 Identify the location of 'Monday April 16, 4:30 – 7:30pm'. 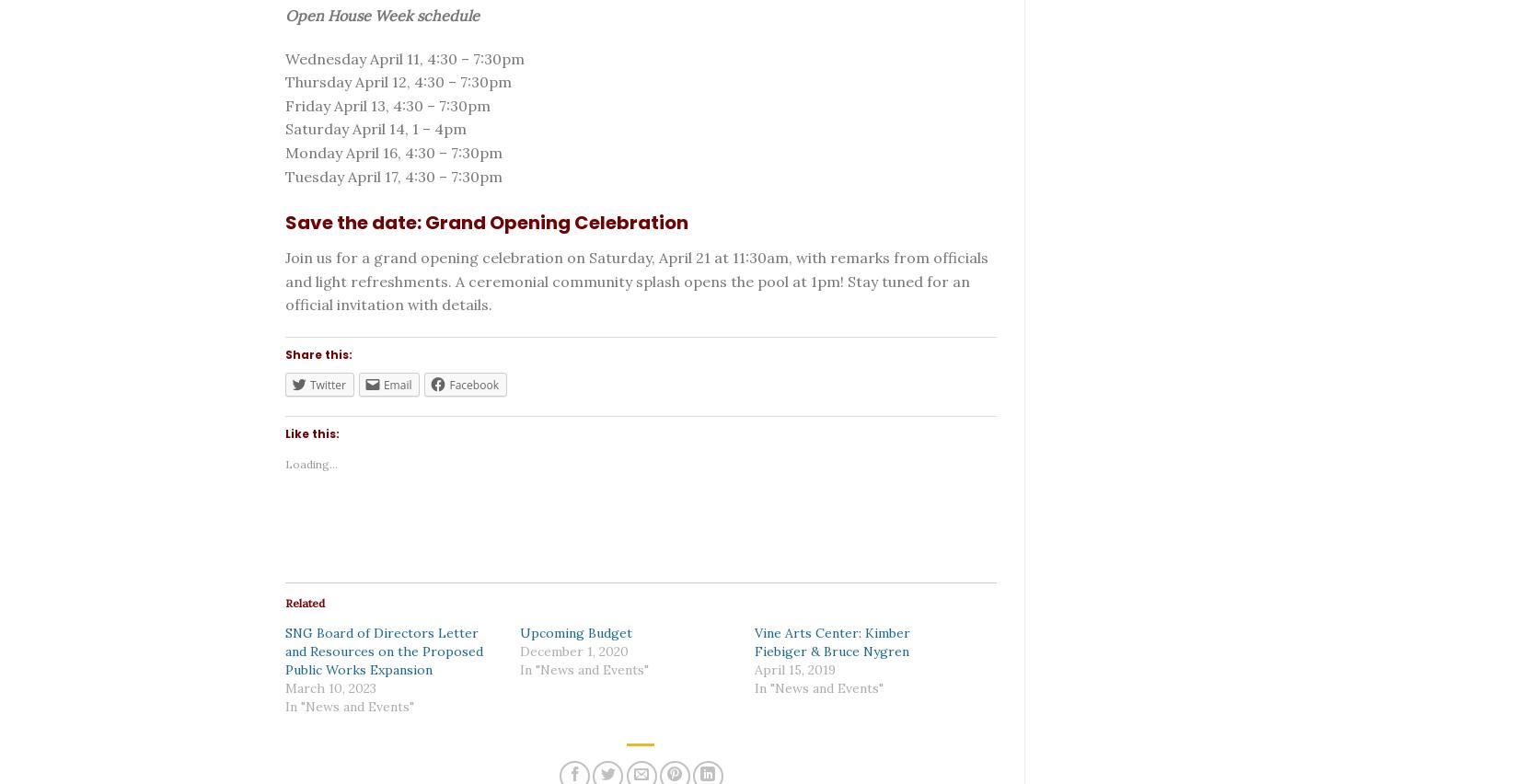
(393, 151).